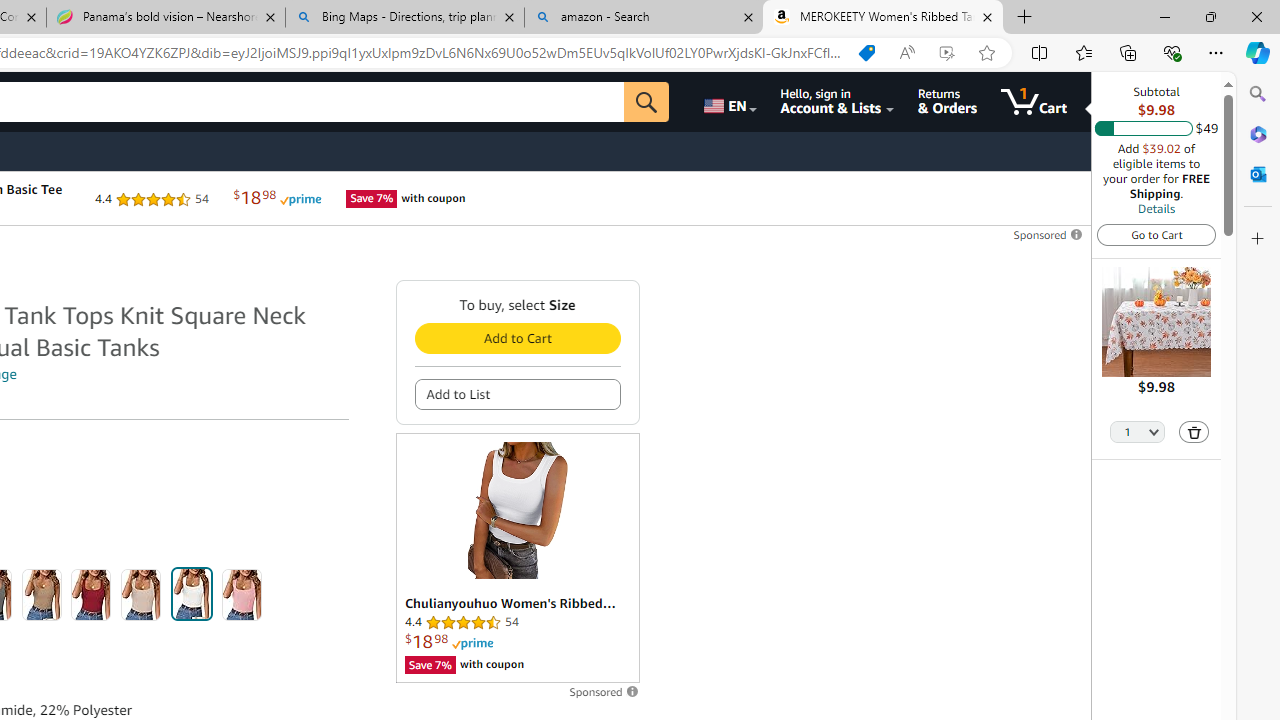 Image resolution: width=1280 pixels, height=720 pixels. What do you see at coordinates (90, 594) in the screenshot?
I see `'Red'` at bounding box center [90, 594].